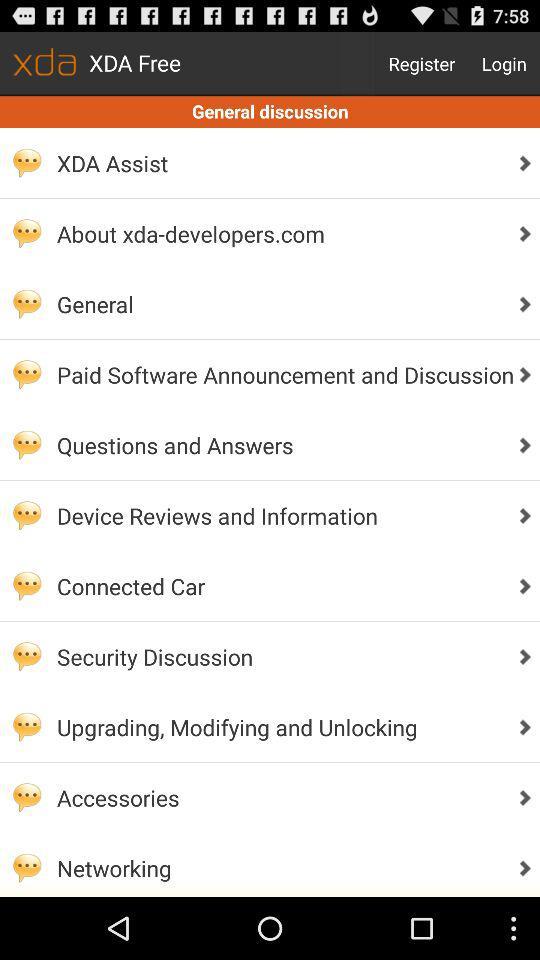  I want to click on icon to the left of login item, so click(421, 63).